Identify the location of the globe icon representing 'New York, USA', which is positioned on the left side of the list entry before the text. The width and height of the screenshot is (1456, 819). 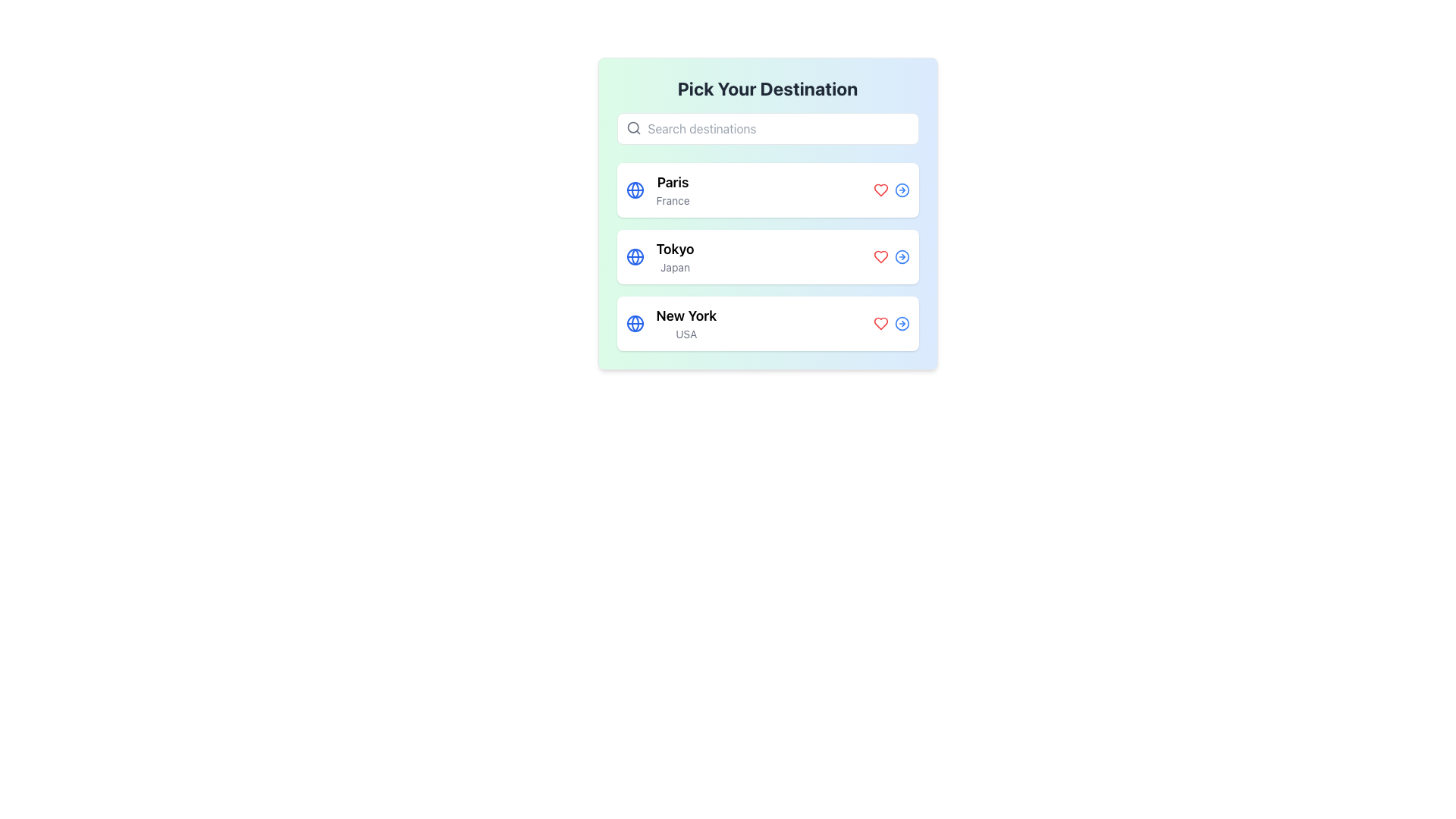
(635, 323).